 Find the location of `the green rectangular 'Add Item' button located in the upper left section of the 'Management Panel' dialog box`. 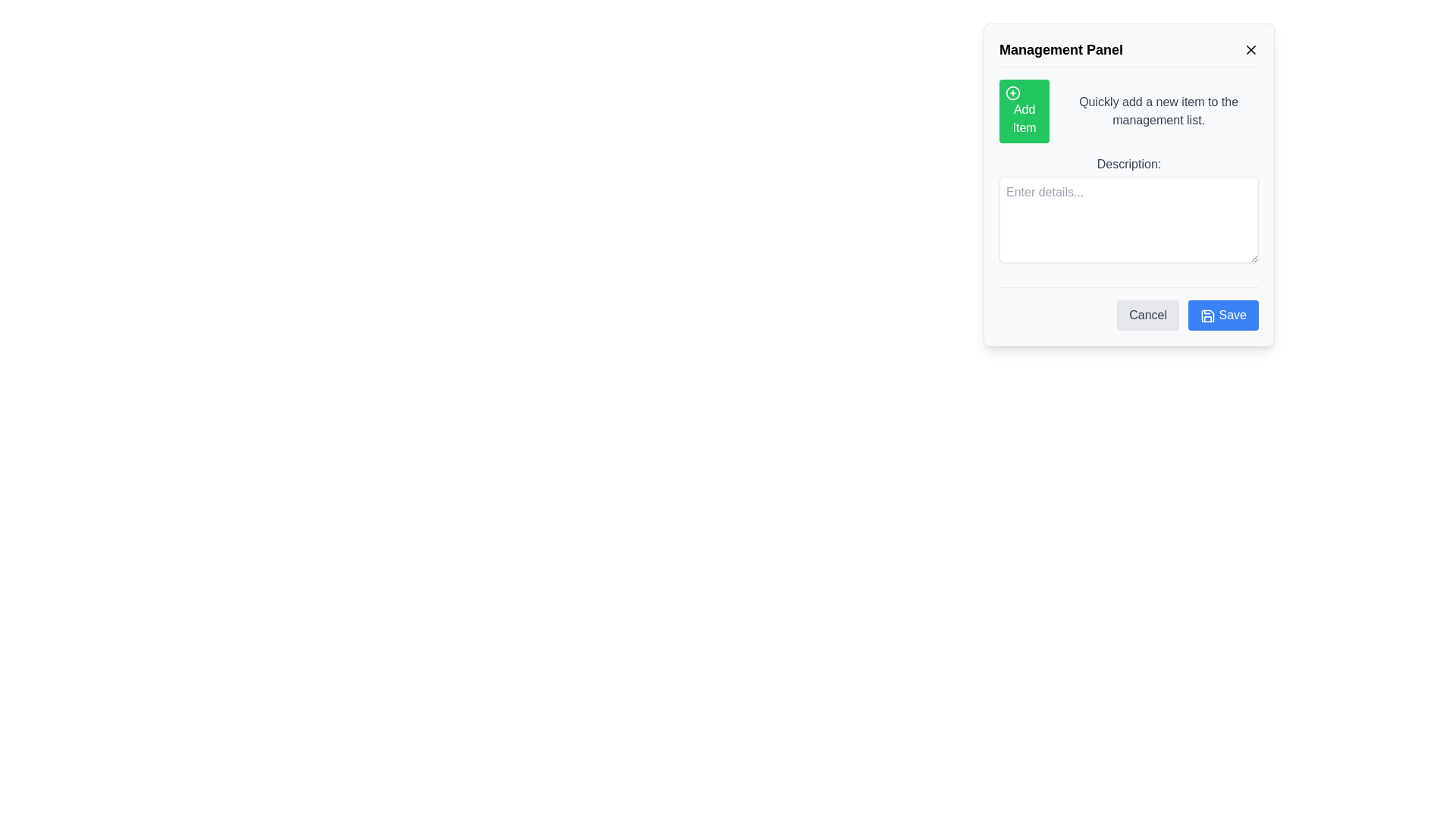

the green rectangular 'Add Item' button located in the upper left section of the 'Management Panel' dialog box is located at coordinates (1025, 110).